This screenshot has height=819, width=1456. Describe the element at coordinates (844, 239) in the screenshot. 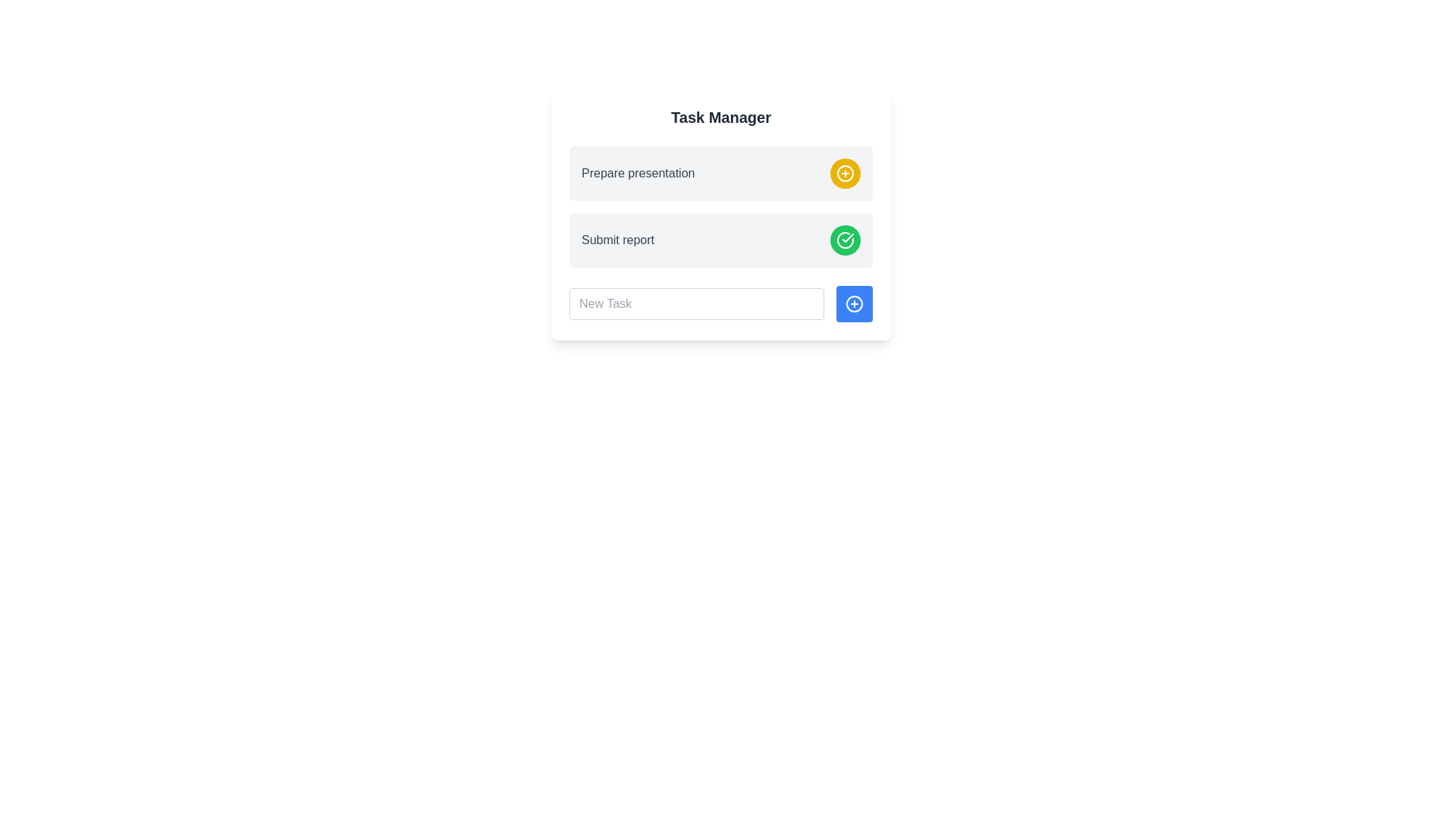

I see `the circular icon indicating the action status for the 'Submit report' task` at that location.